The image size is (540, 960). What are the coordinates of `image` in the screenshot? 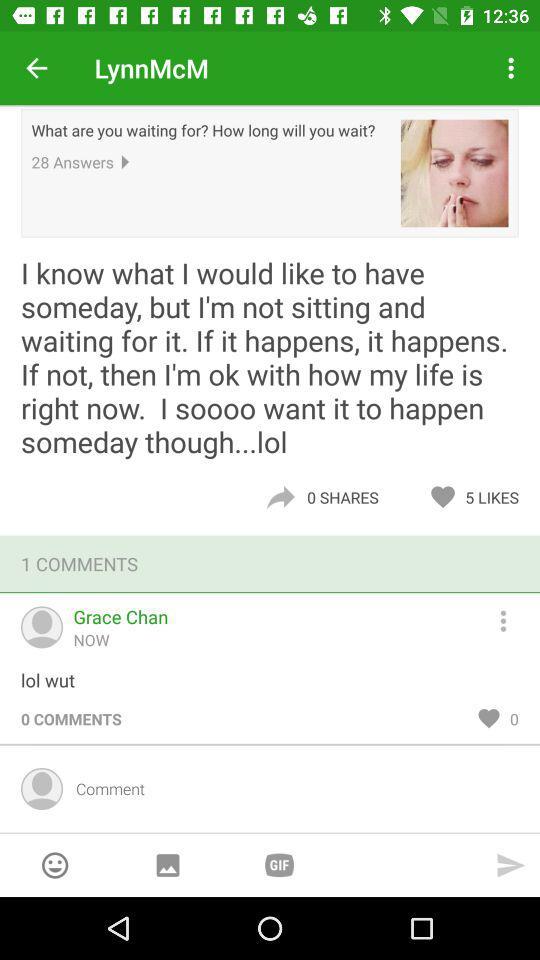 It's located at (166, 864).